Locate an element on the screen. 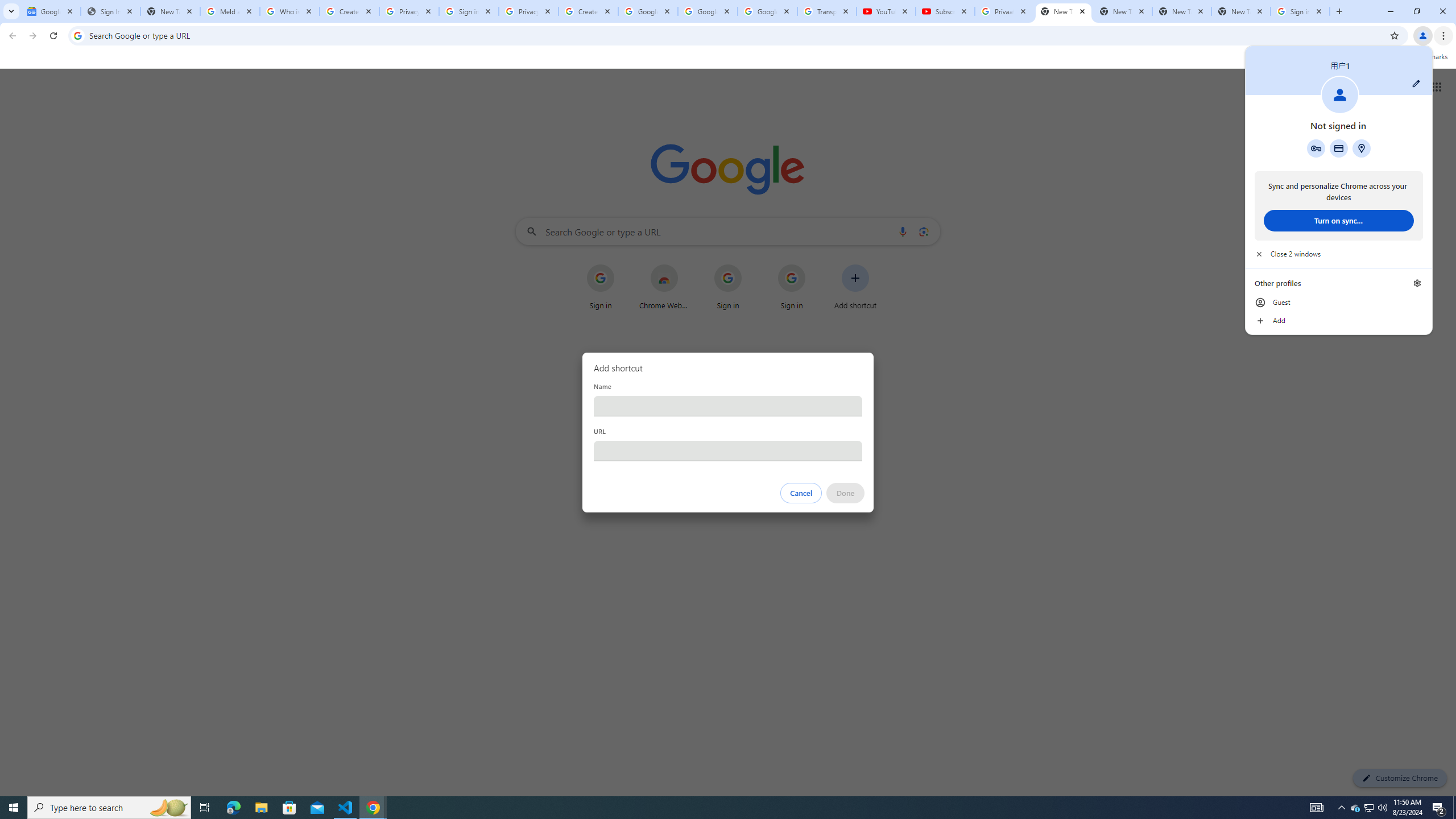 Image resolution: width=1456 pixels, height=819 pixels. 'Who is my administrator? - Google Account Help' is located at coordinates (289, 11).